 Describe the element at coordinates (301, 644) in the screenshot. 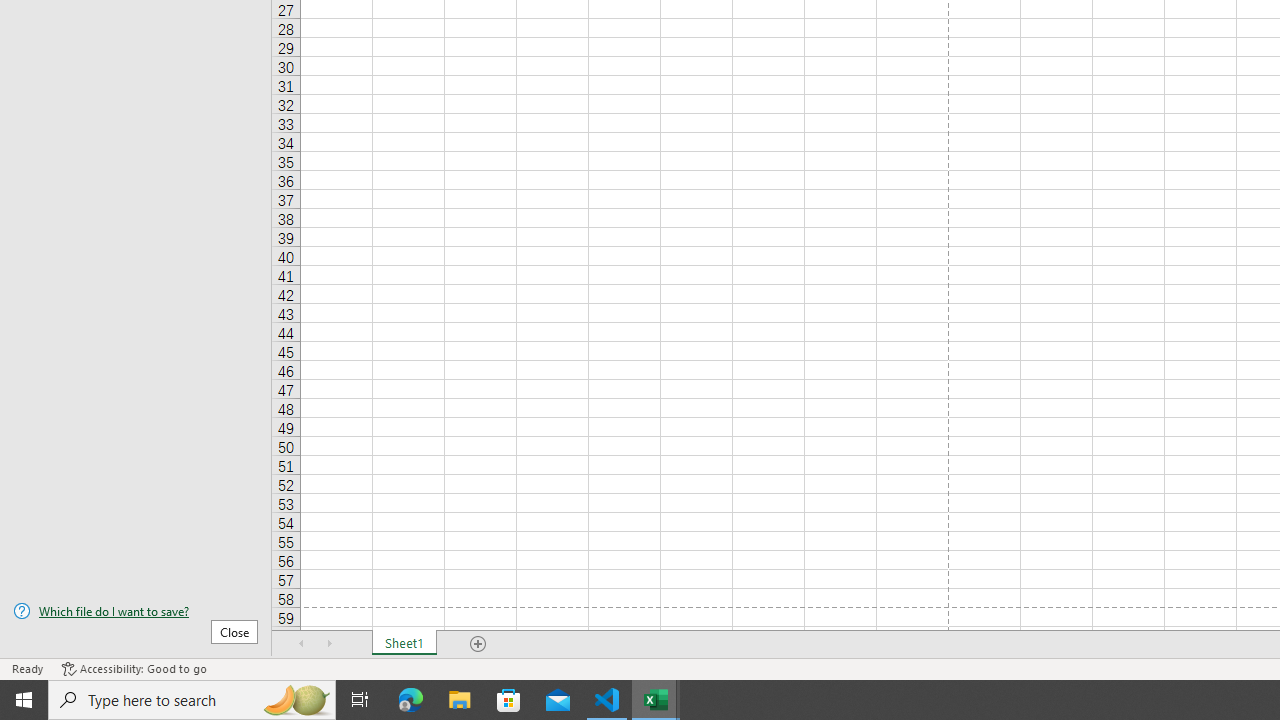

I see `'Scroll Left'` at that location.